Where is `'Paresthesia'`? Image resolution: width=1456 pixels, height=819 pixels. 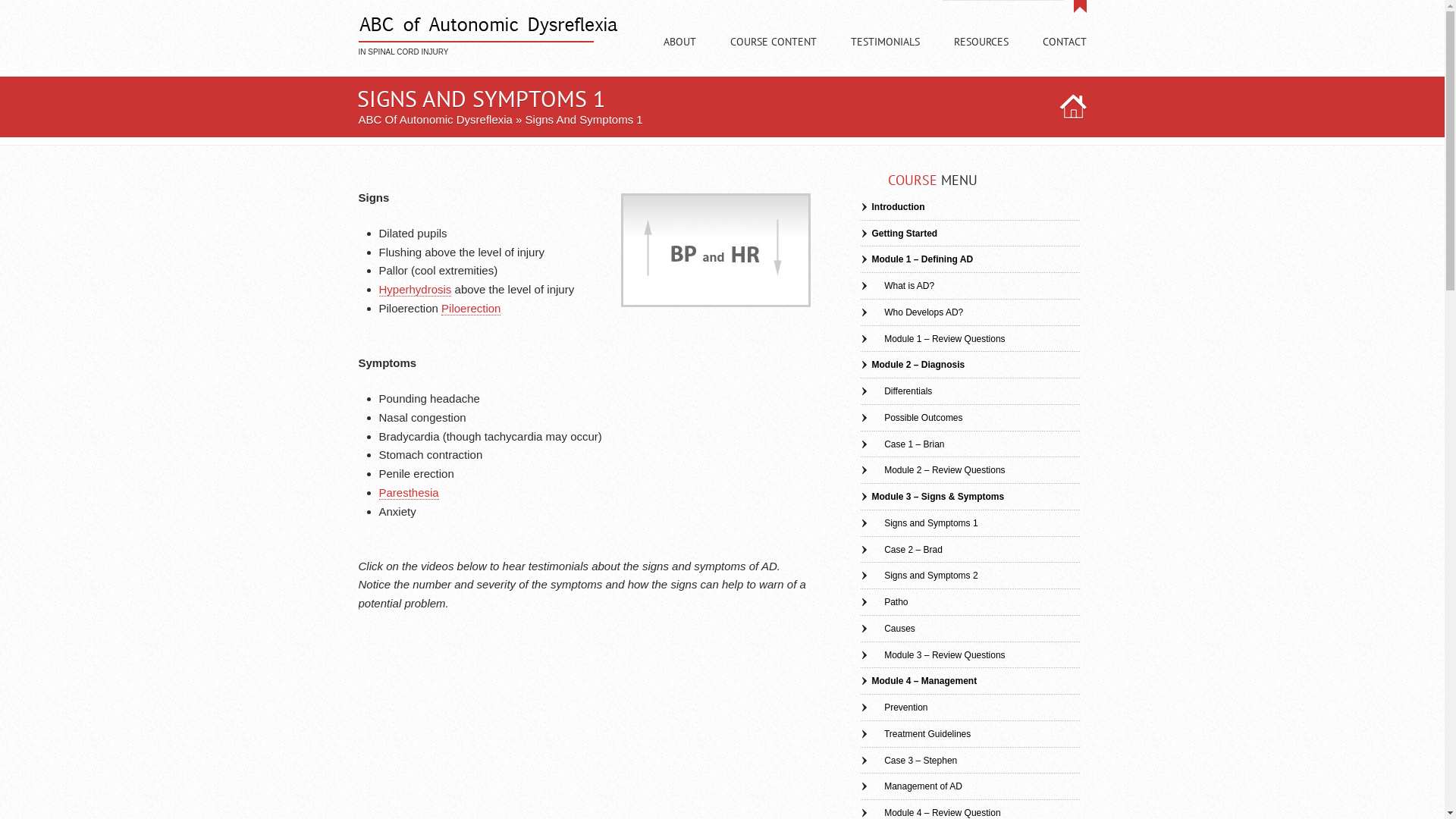 'Paresthesia' is located at coordinates (409, 493).